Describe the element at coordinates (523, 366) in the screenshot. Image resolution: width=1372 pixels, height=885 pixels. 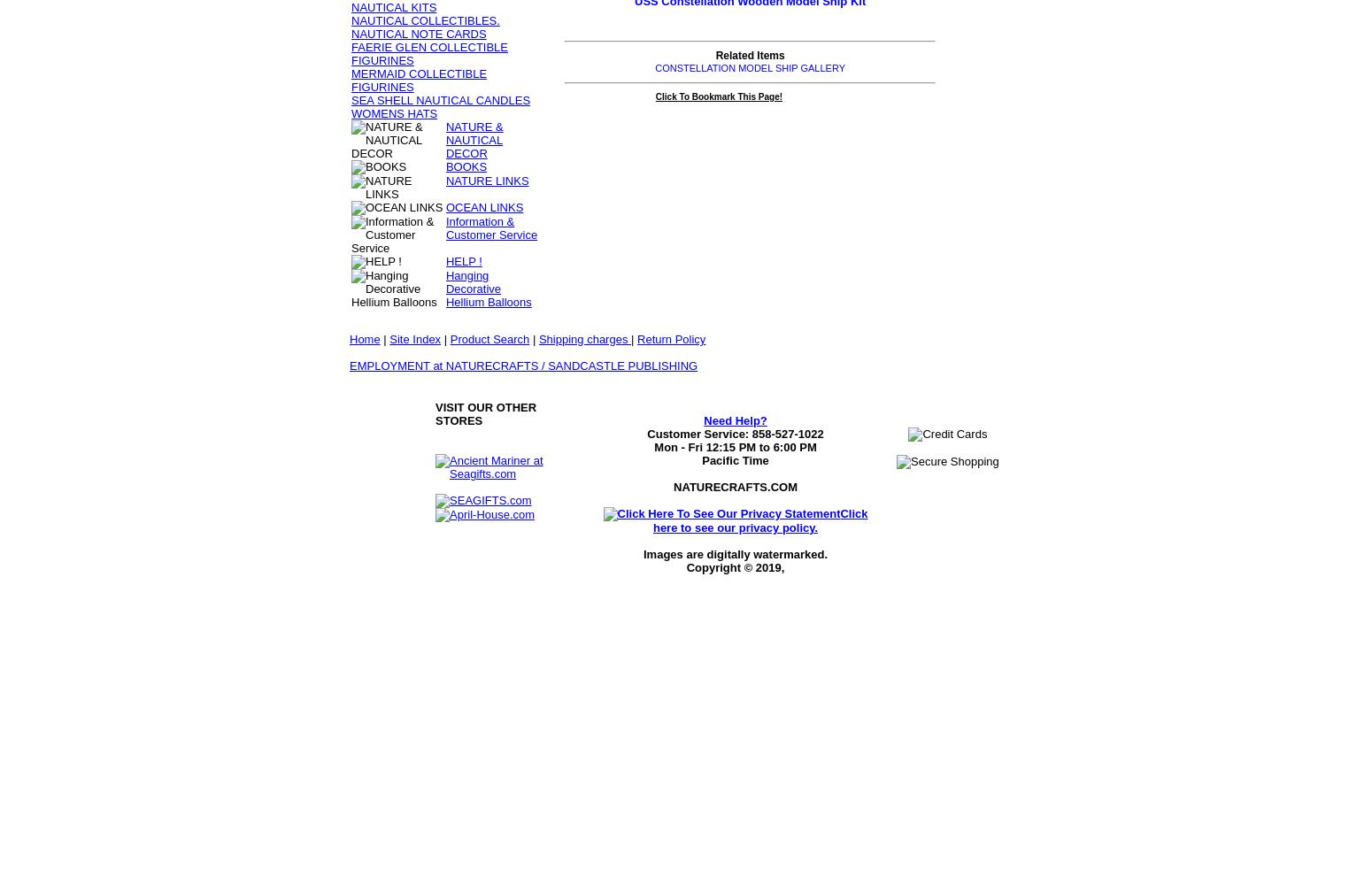
I see `'EMPLOYMENT at NATURECRAFTS / SANDCASTLE PUBLISHING'` at that location.